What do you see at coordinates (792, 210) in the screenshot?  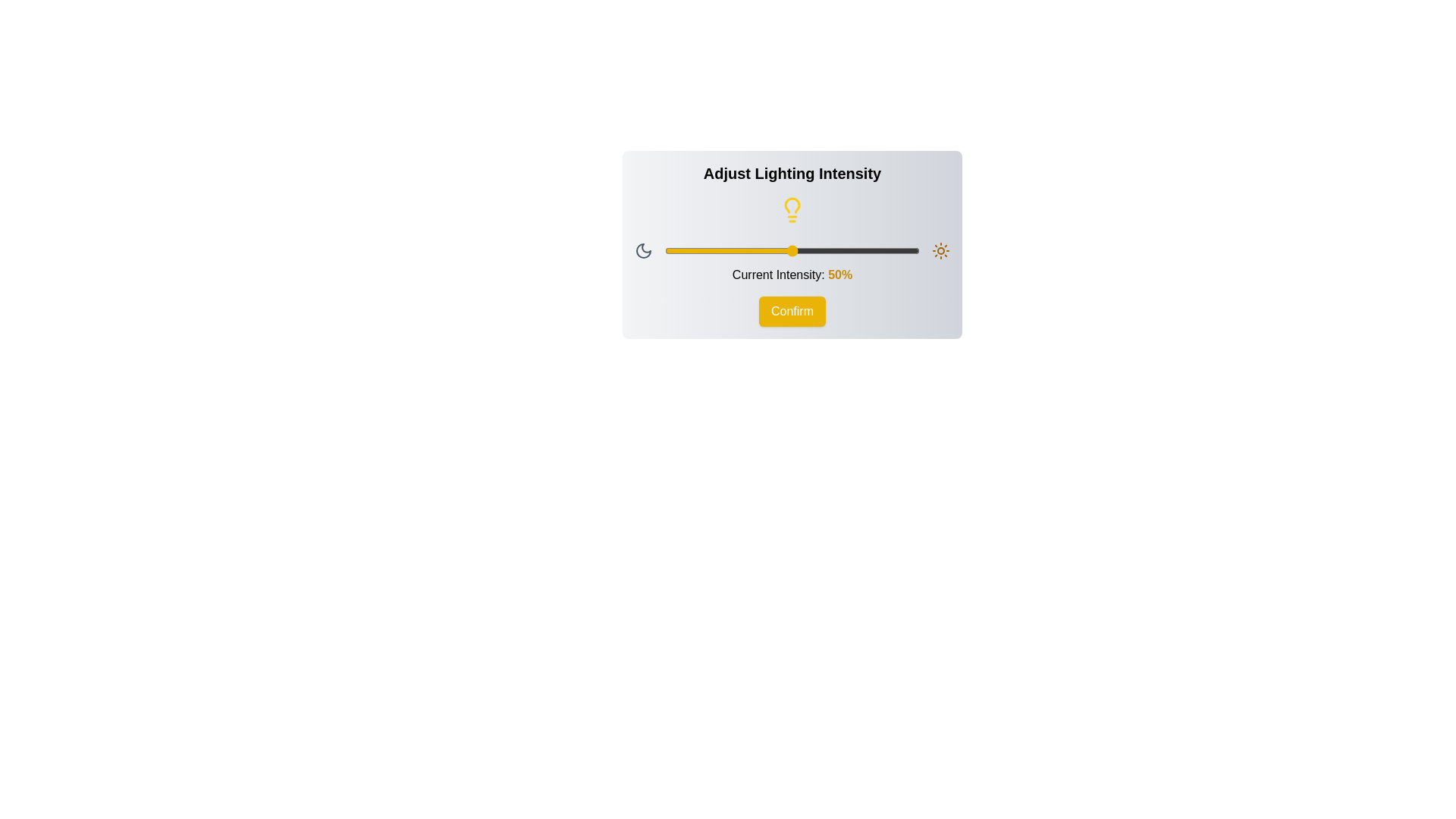 I see `the Lightbulb icon to interact with it` at bounding box center [792, 210].